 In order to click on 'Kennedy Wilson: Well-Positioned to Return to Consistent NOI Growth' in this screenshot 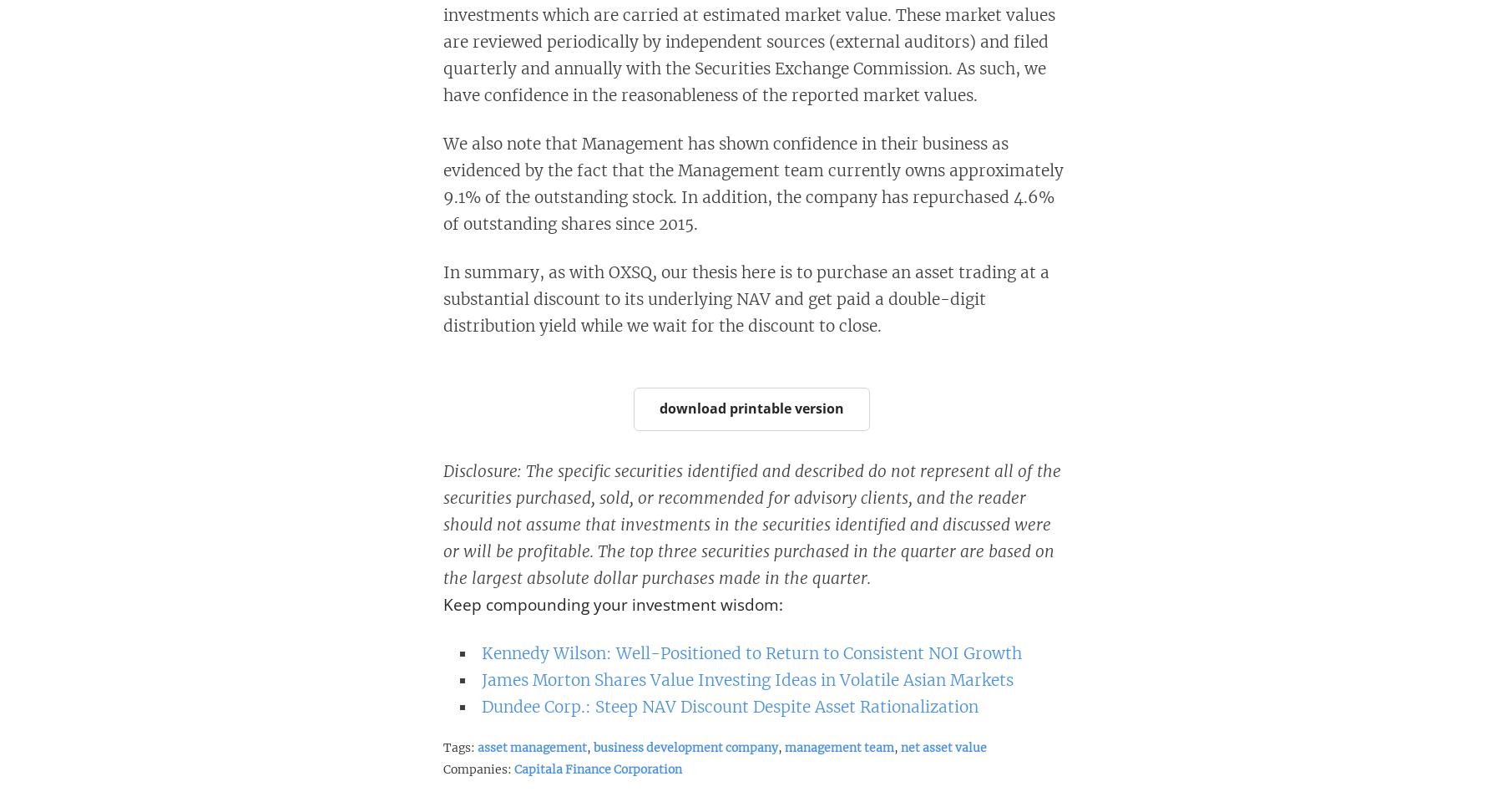, I will do `click(480, 652)`.